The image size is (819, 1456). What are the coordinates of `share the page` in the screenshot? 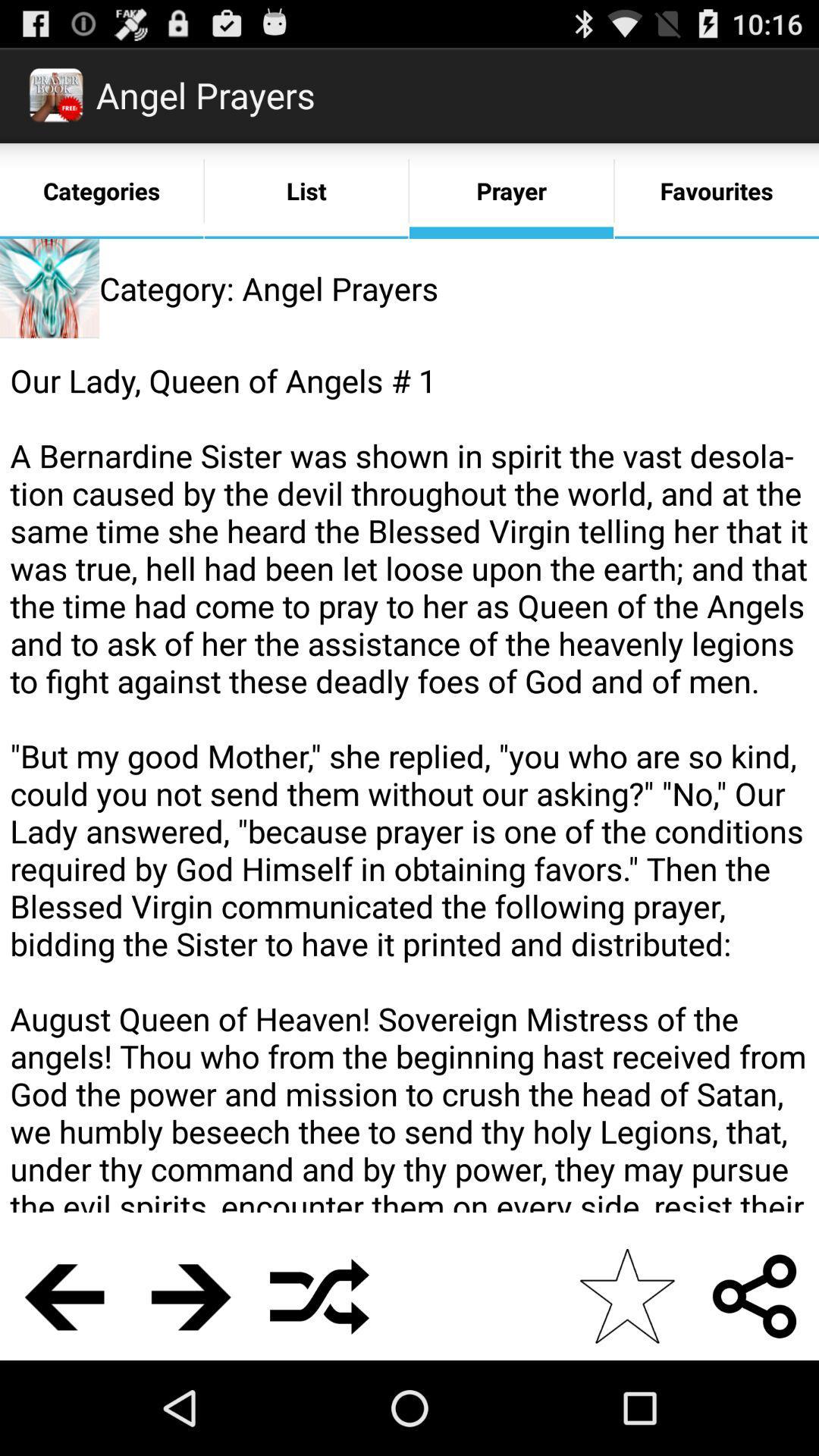 It's located at (755, 1295).